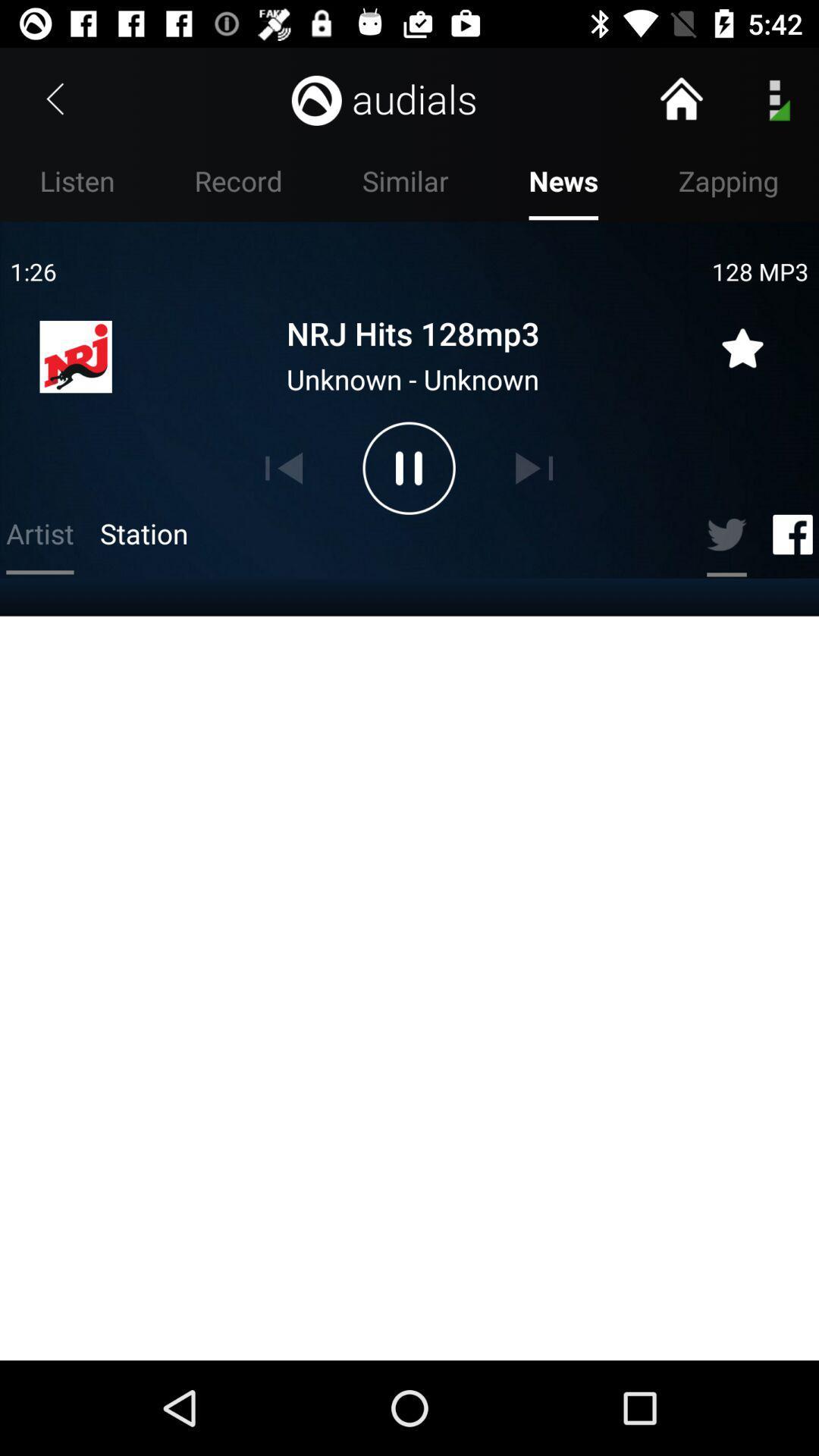 Image resolution: width=819 pixels, height=1456 pixels. Describe the element at coordinates (284, 467) in the screenshot. I see `the skip_previous icon` at that location.